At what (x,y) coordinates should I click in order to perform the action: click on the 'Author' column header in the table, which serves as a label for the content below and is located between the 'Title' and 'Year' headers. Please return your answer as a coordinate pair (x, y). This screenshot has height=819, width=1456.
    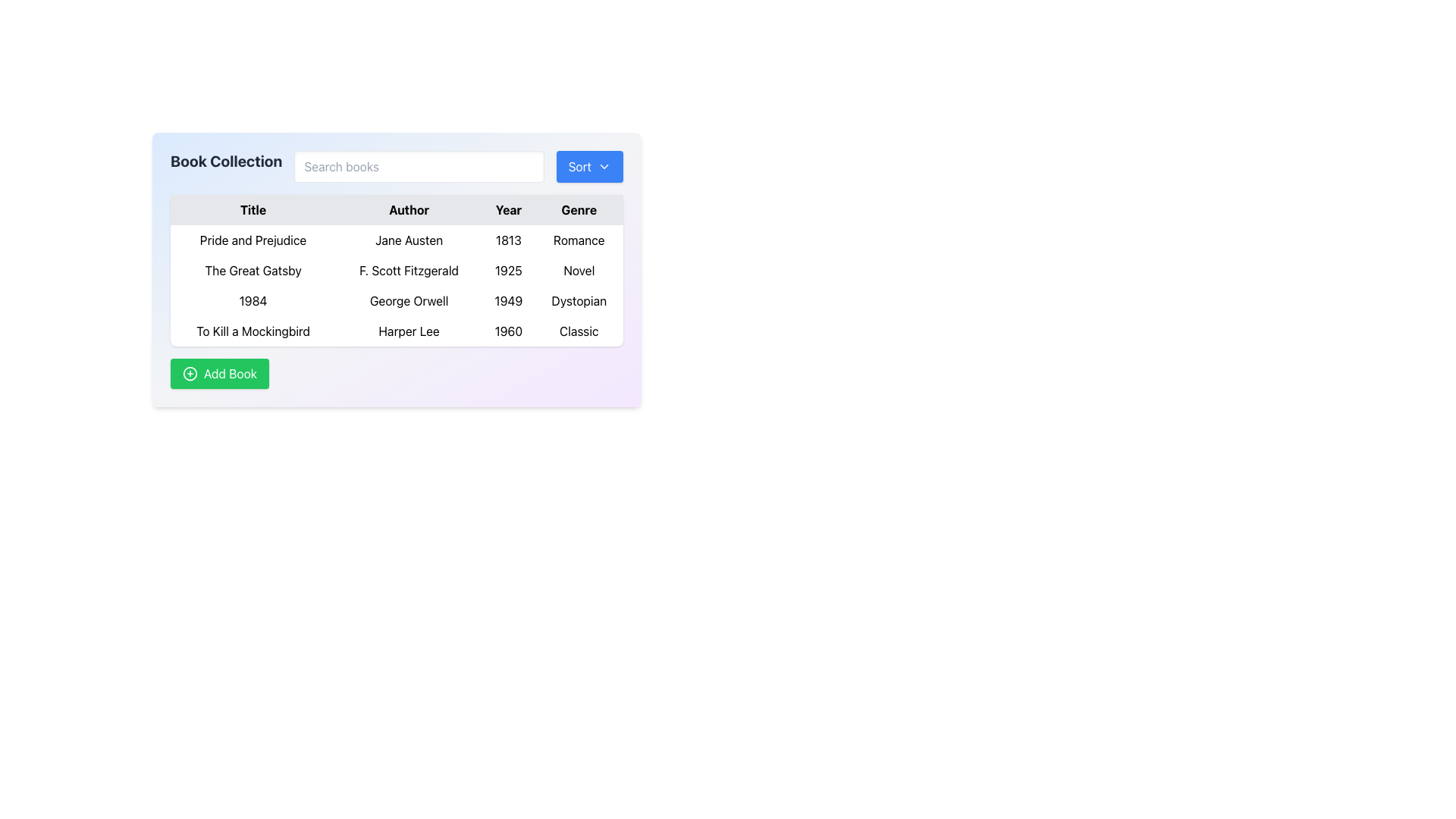
    Looking at the image, I should click on (409, 210).